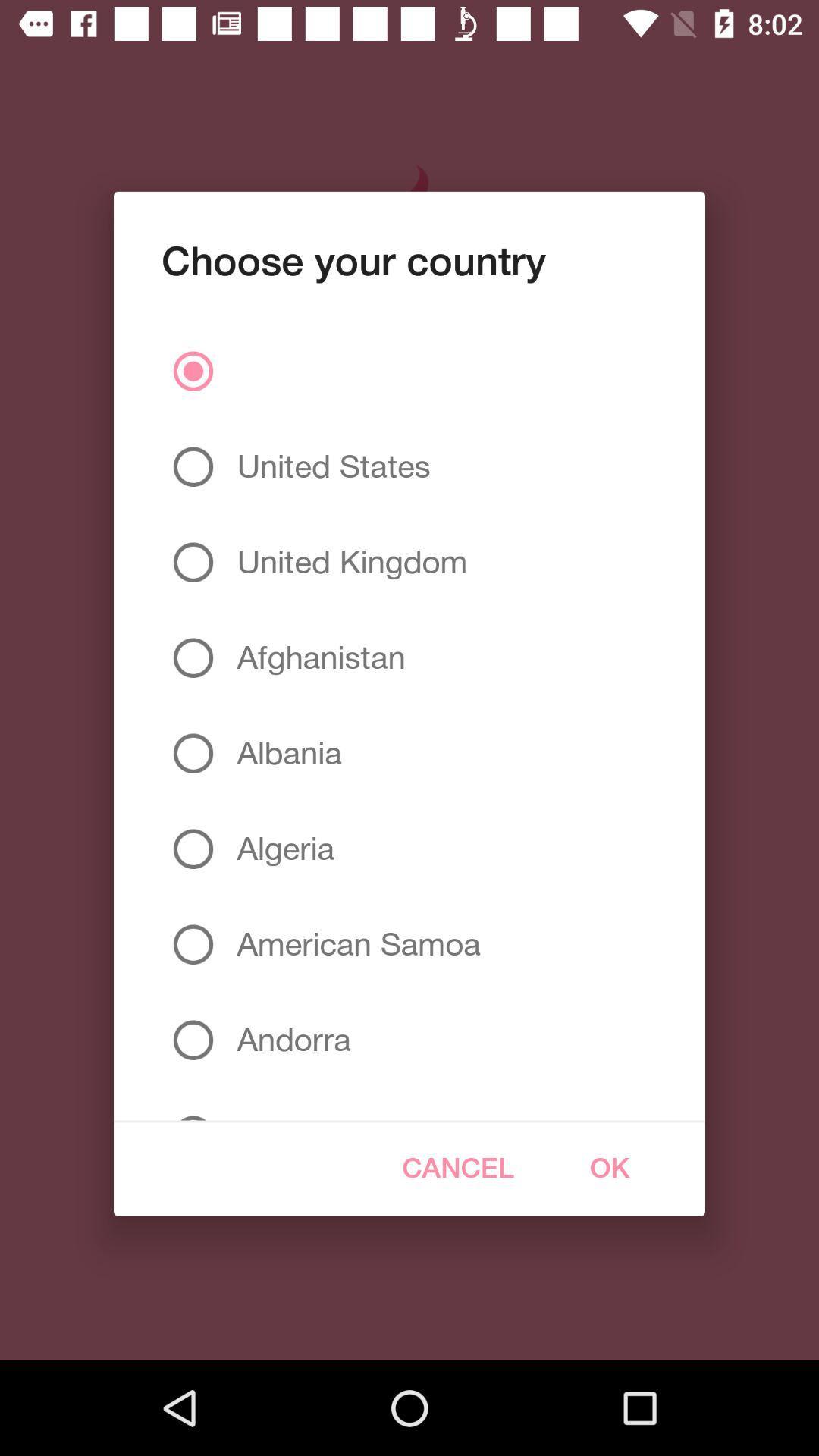 This screenshot has height=1456, width=819. What do you see at coordinates (608, 1167) in the screenshot?
I see `ok item` at bounding box center [608, 1167].